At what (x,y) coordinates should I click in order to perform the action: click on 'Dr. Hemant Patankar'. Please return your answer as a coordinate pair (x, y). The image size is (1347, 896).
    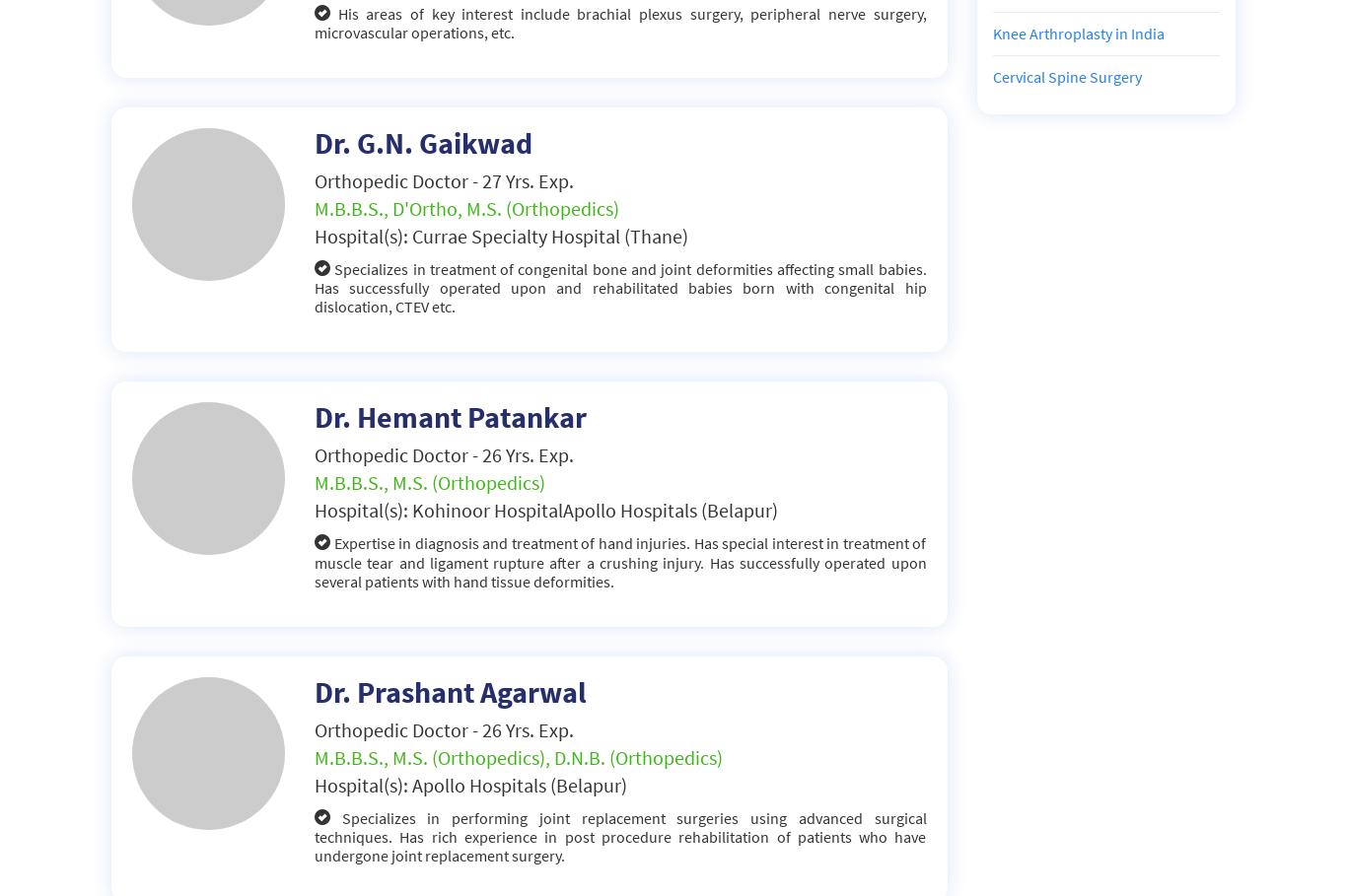
    Looking at the image, I should click on (451, 415).